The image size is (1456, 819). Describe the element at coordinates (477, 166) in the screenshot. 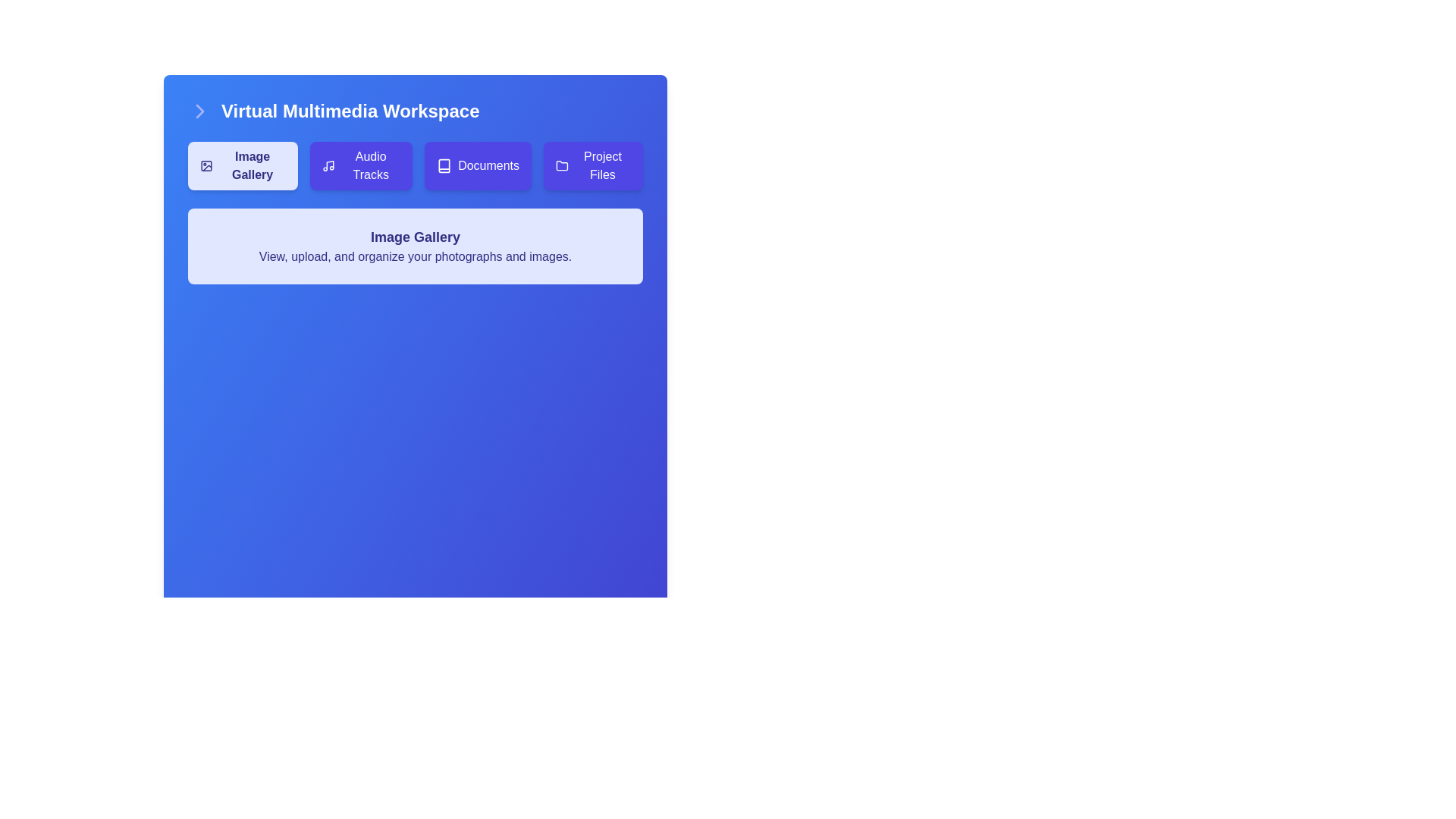

I see `the 'Documents' button, which is a rectangular button with white text on a purple background and a book icon` at that location.